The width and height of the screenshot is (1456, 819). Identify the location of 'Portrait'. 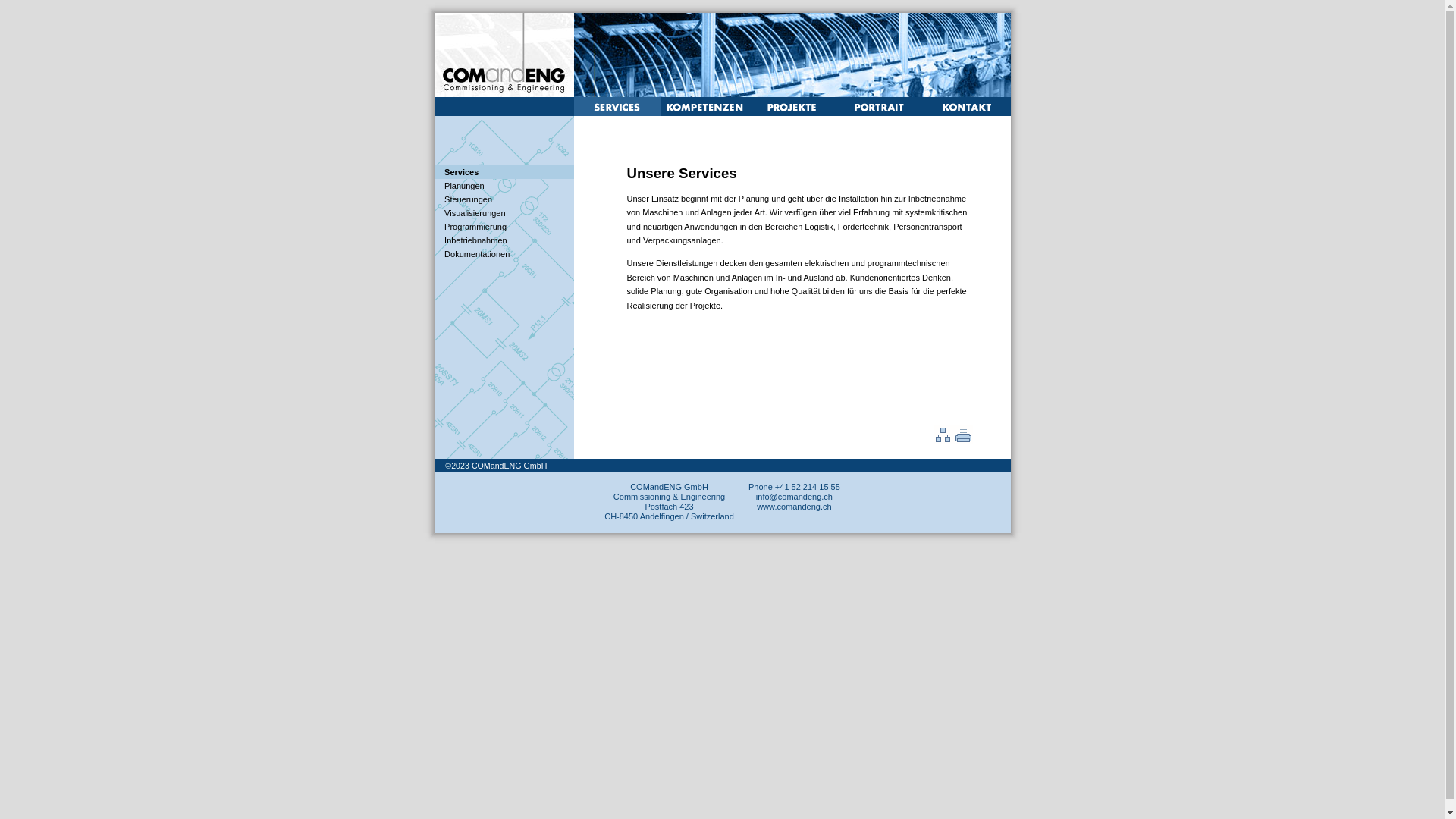
(835, 112).